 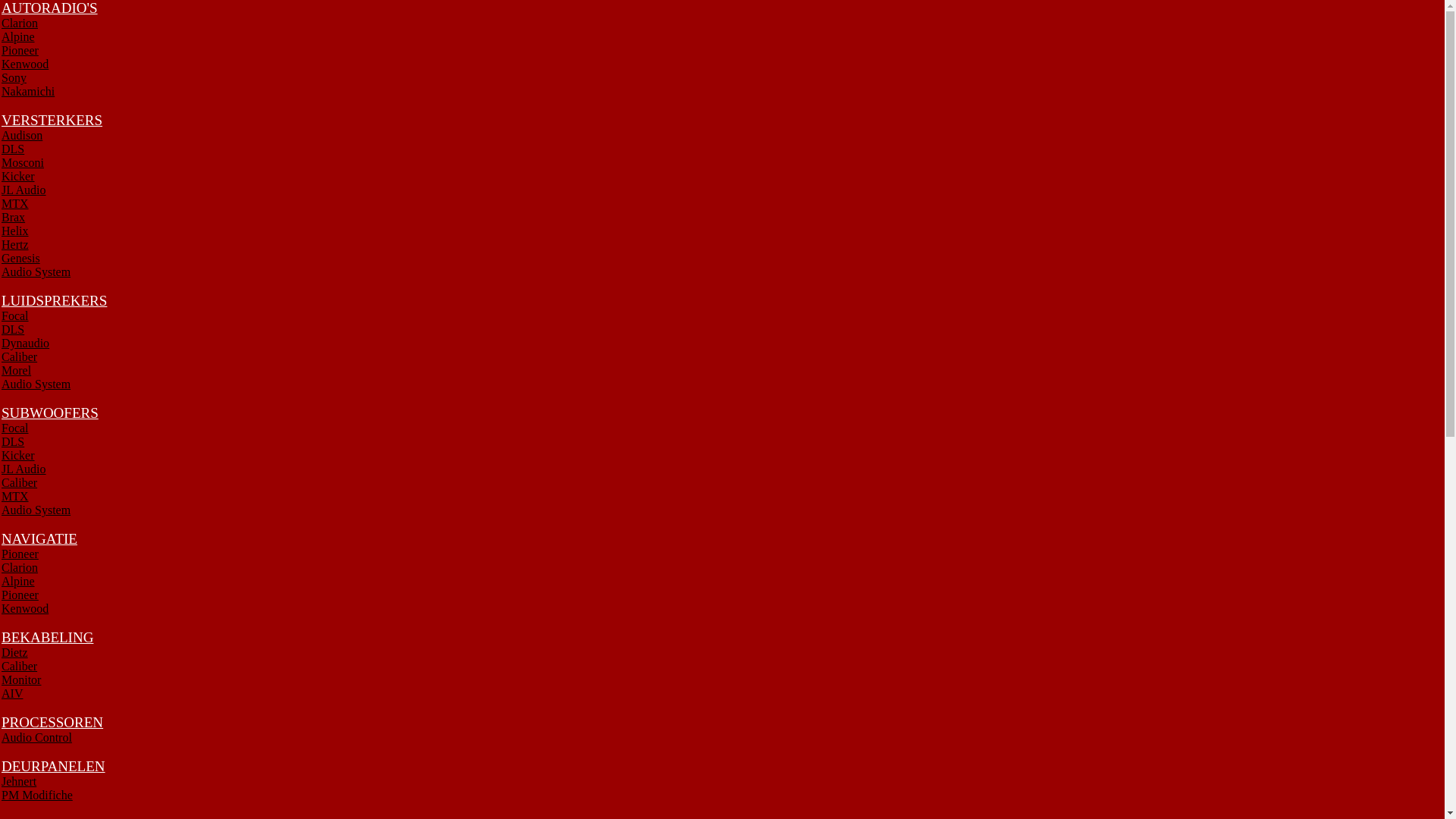 What do you see at coordinates (18, 454) in the screenshot?
I see `'Kicker'` at bounding box center [18, 454].